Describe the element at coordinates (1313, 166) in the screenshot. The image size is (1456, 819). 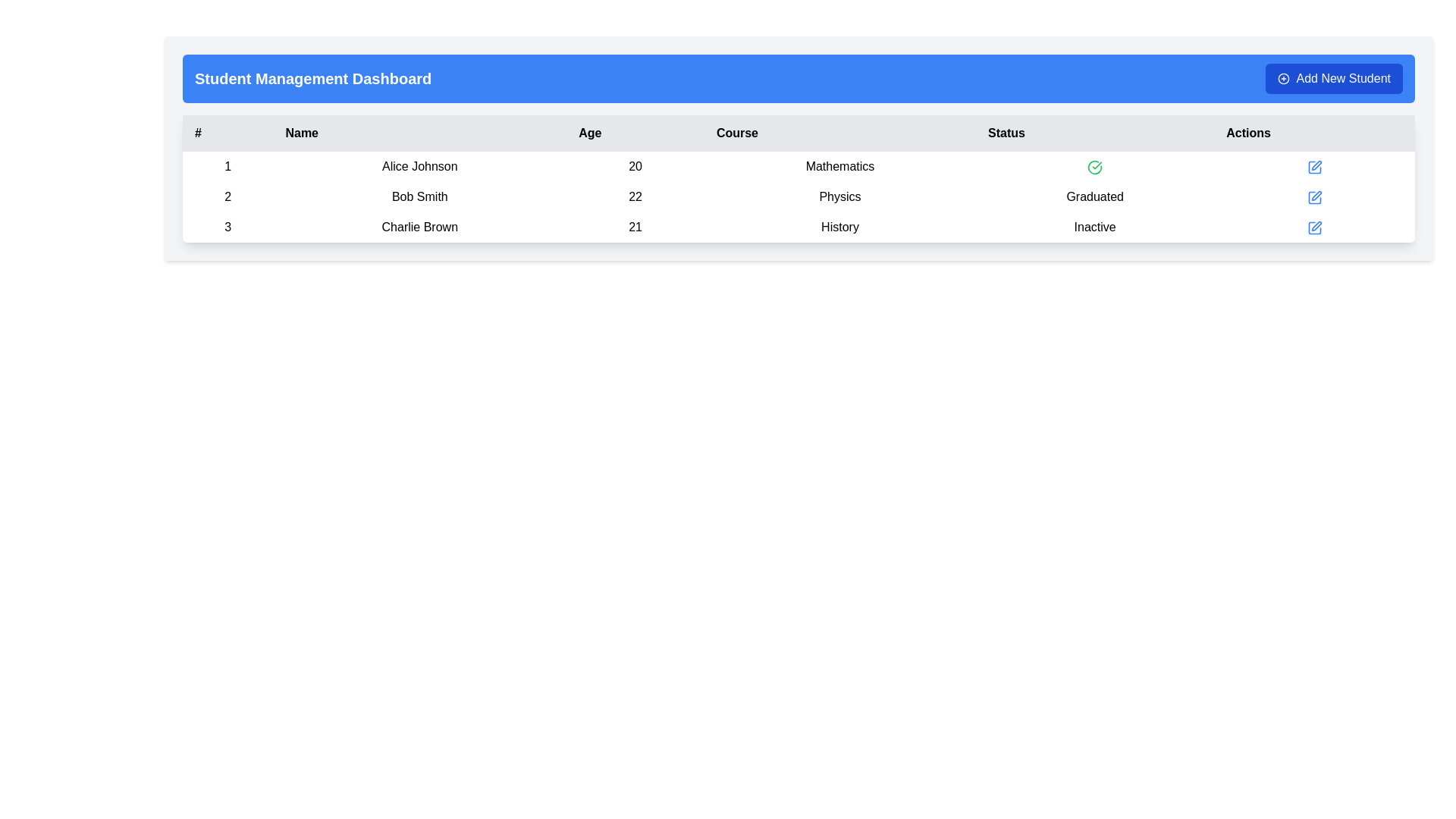
I see `the clickable icon button for editing the student 'Alice Johnson' located in the 'Actions' column of the first row in the student data table for keyboard navigation` at that location.